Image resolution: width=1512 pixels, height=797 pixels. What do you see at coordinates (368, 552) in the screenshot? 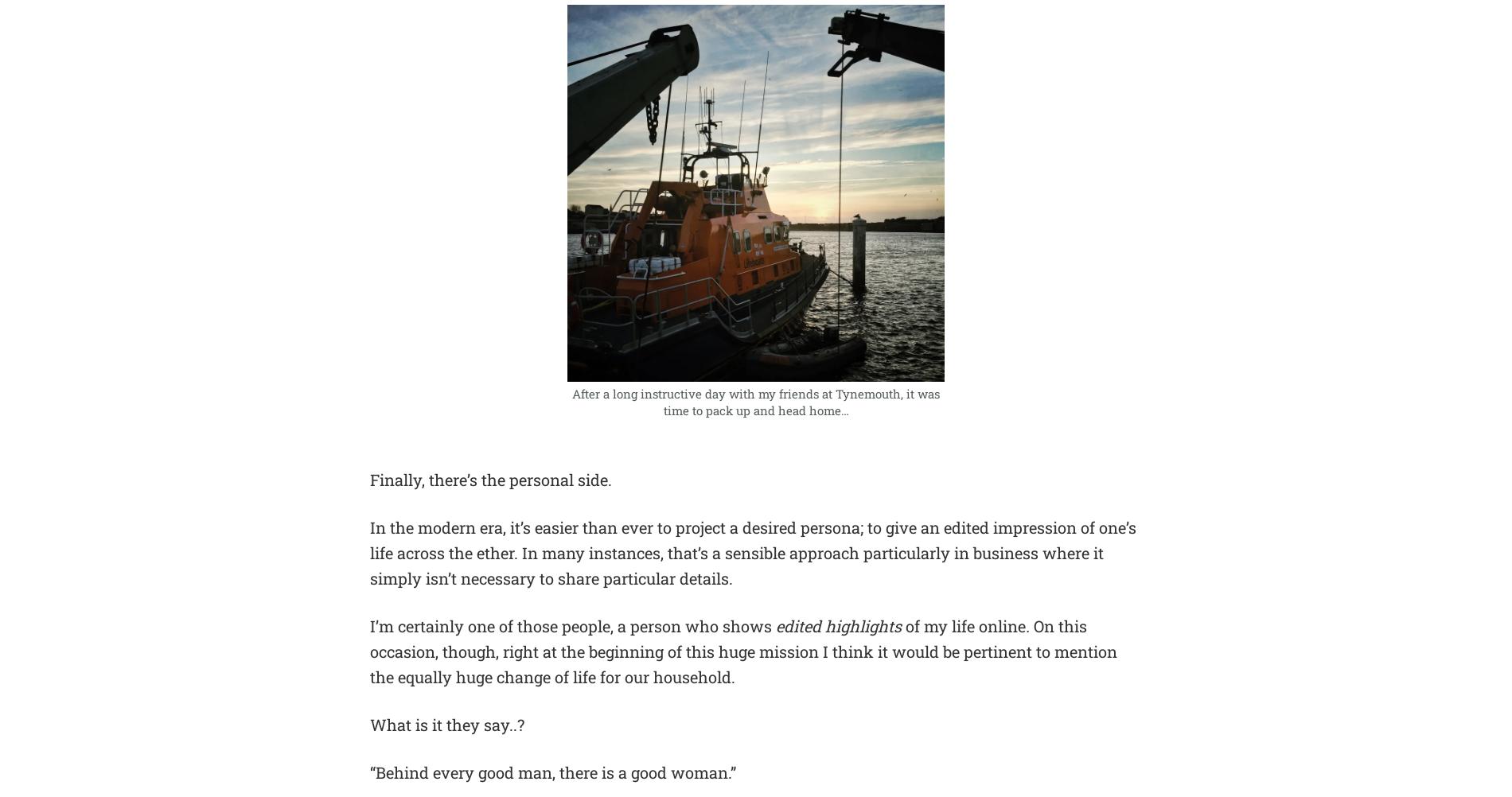
I see `'In the modern era, it’s easier than ever to project a desired persona; to give an edited impression of one’s life across the ether. In many instances, that’s a sensible approach particularly in business where it simply isn’t necessary to share particular details.'` at bounding box center [368, 552].